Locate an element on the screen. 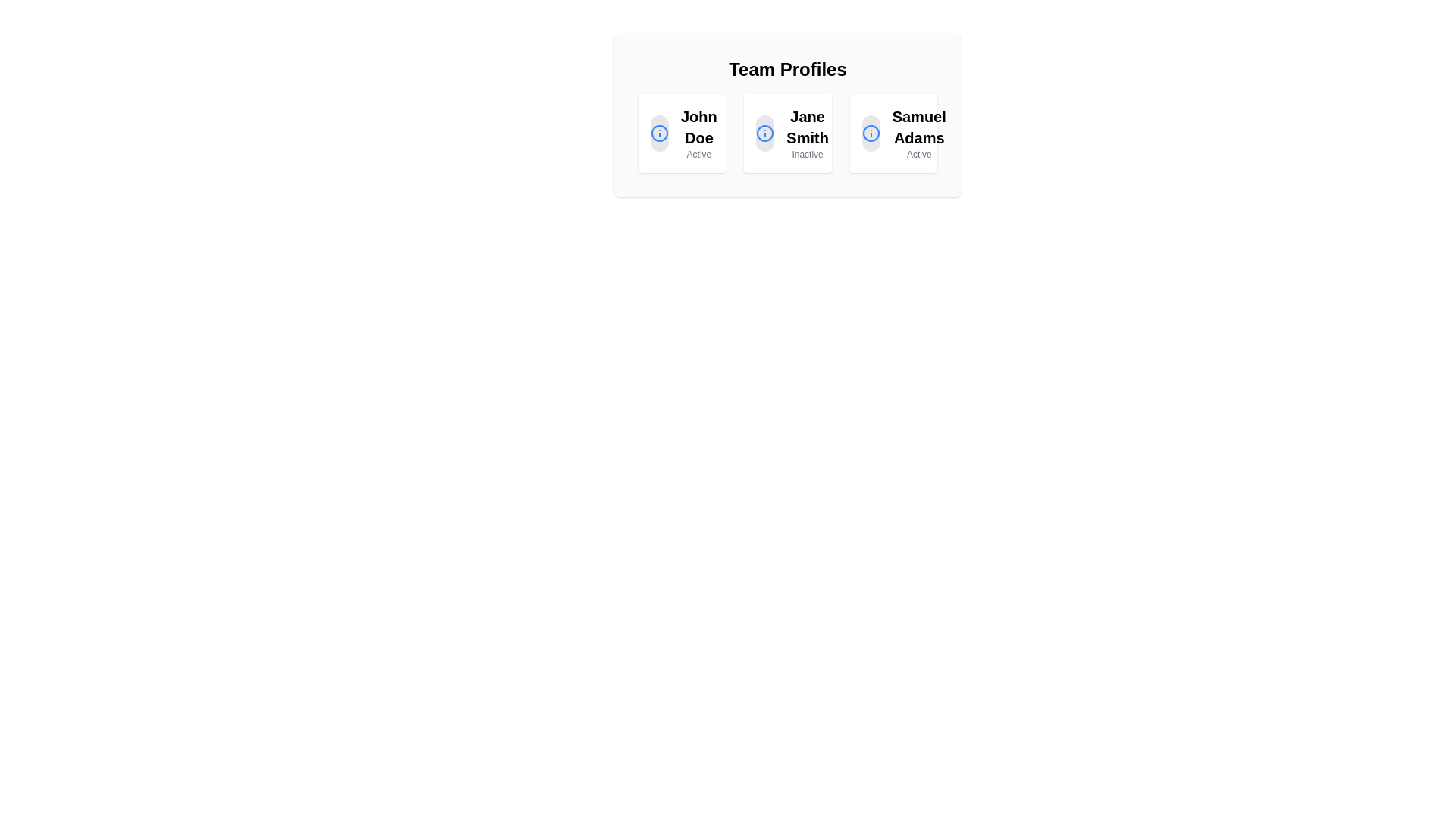 This screenshot has width=1456, height=819. the central circle of the information icon in the 'Jane Smith' profile card, located in the 'Team Profiles' section is located at coordinates (765, 133).